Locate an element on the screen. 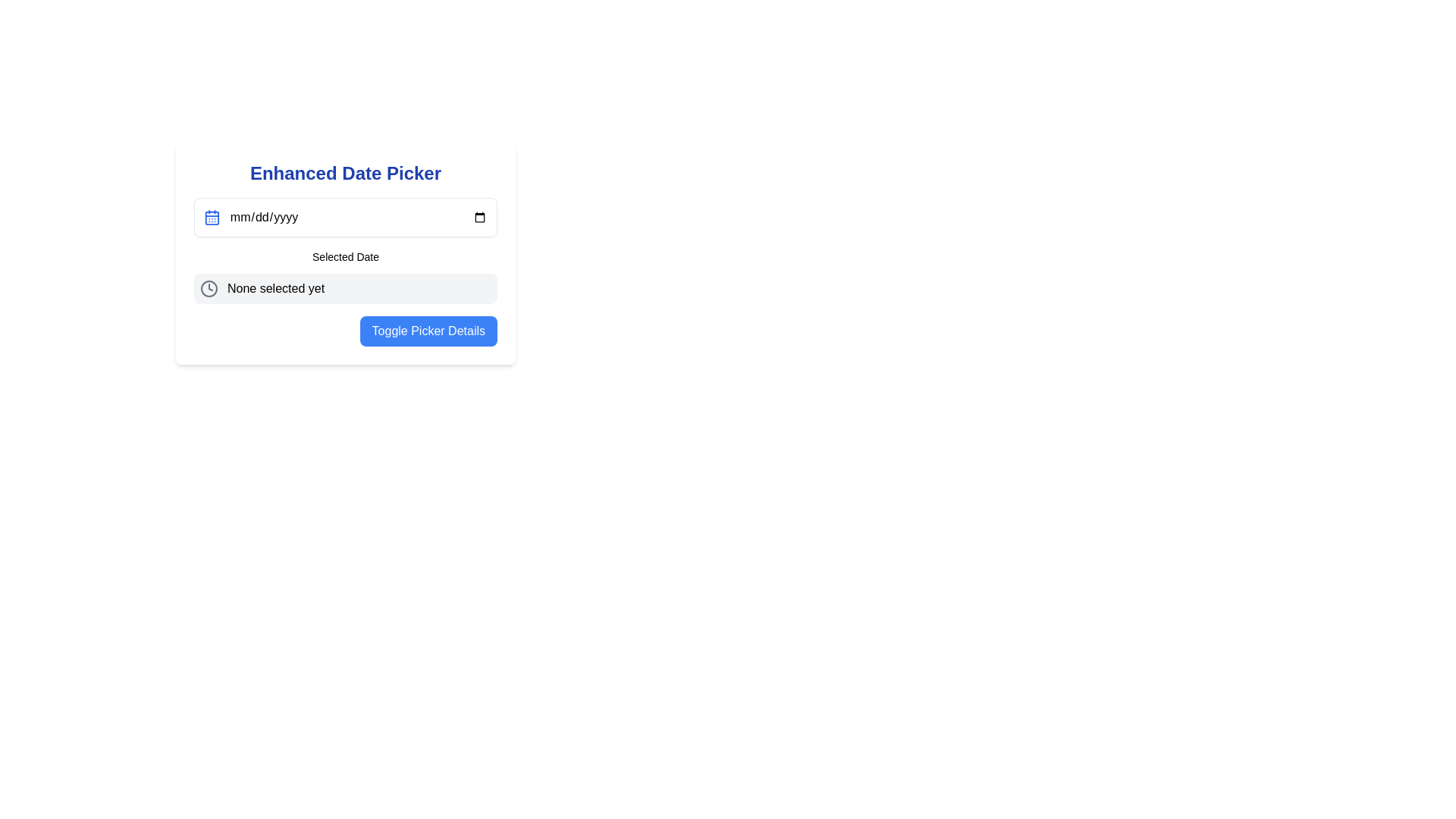  the label element that serves as a heading for the date input and selection module, which displays the text 'Selected Date' is located at coordinates (345, 256).